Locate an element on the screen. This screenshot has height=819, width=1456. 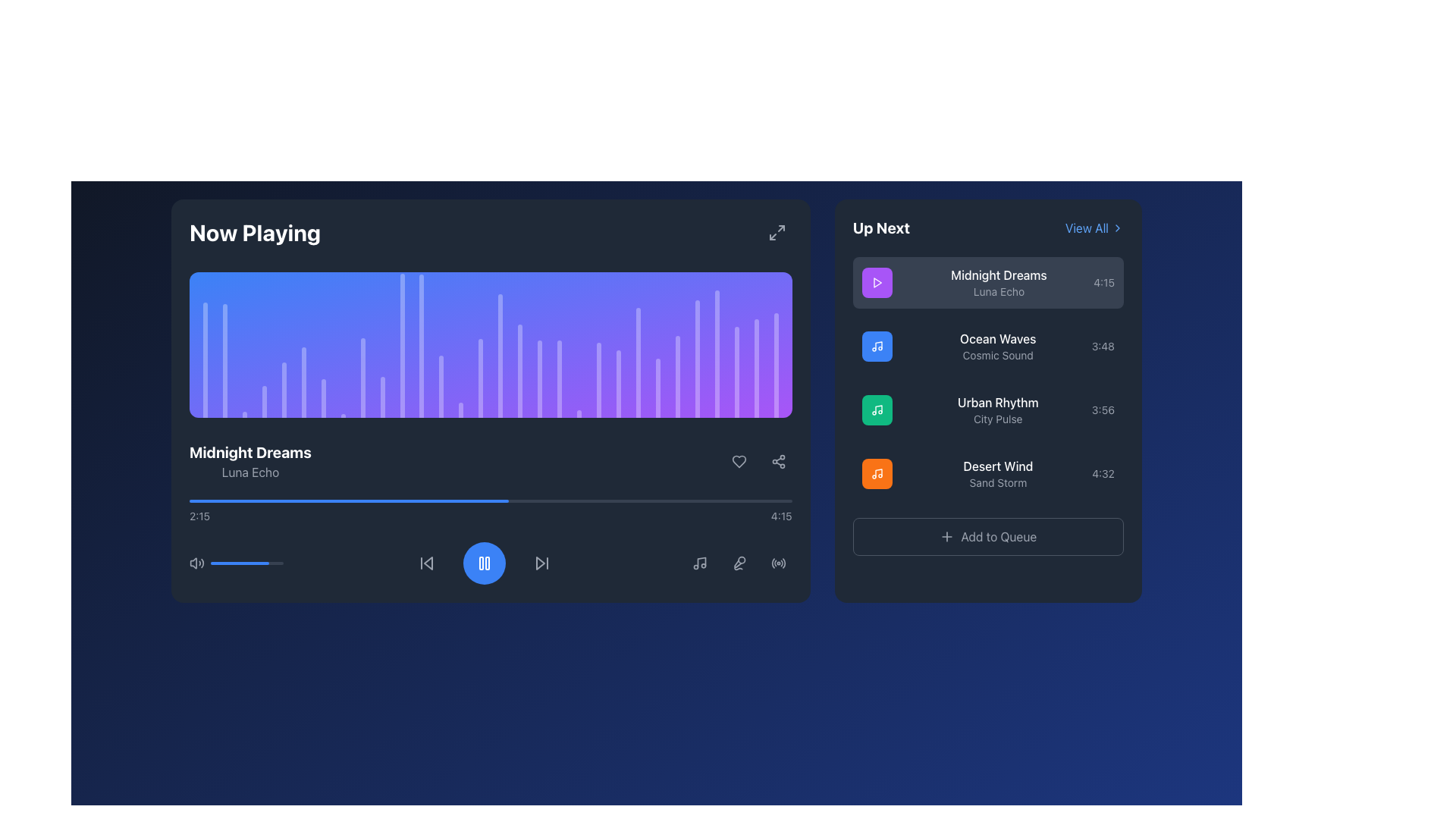
the gray music note icon button located at the bottom center of the main media control bar is located at coordinates (698, 563).